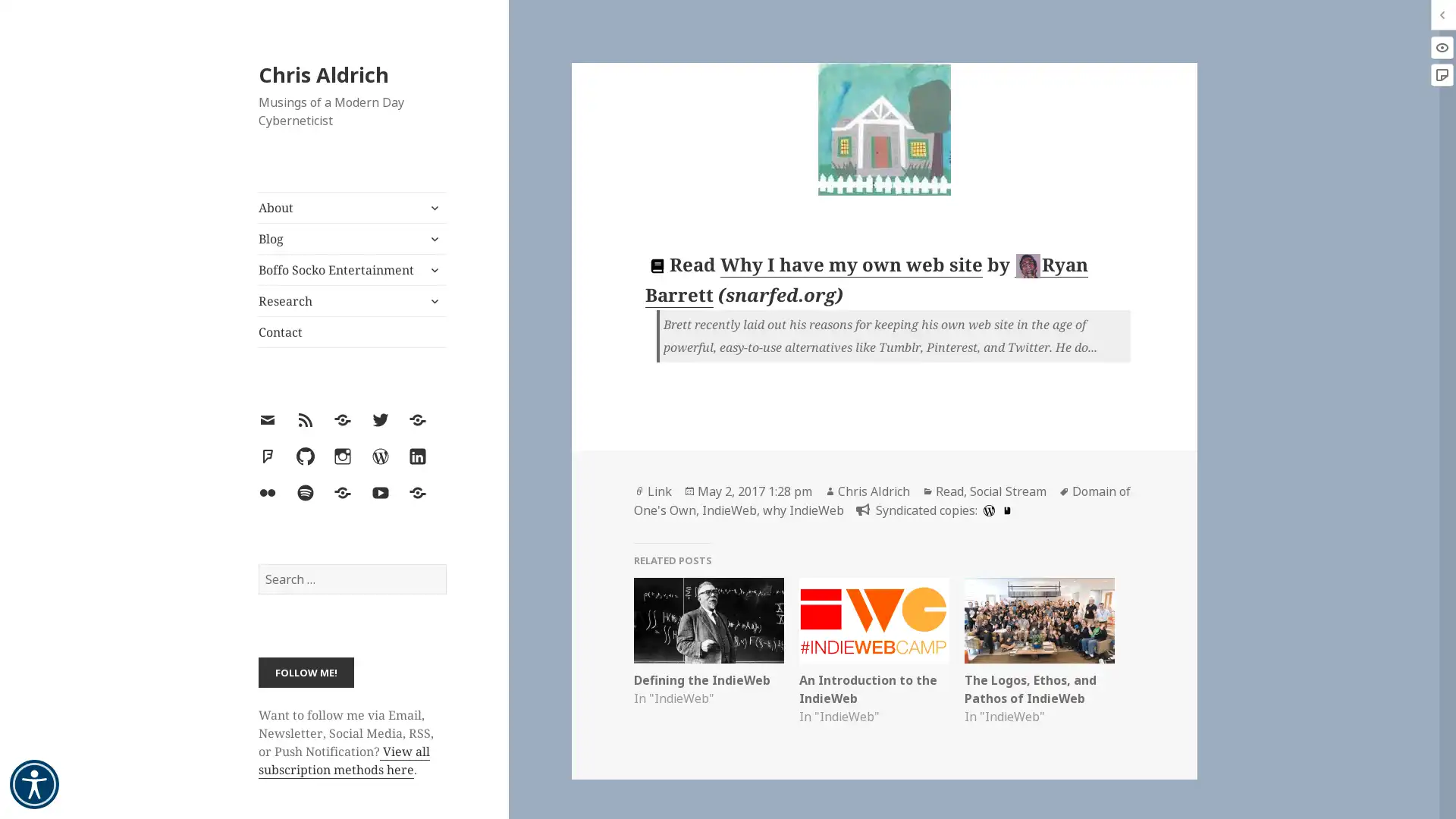 This screenshot has width=1456, height=819. I want to click on expand child menu, so click(432, 301).